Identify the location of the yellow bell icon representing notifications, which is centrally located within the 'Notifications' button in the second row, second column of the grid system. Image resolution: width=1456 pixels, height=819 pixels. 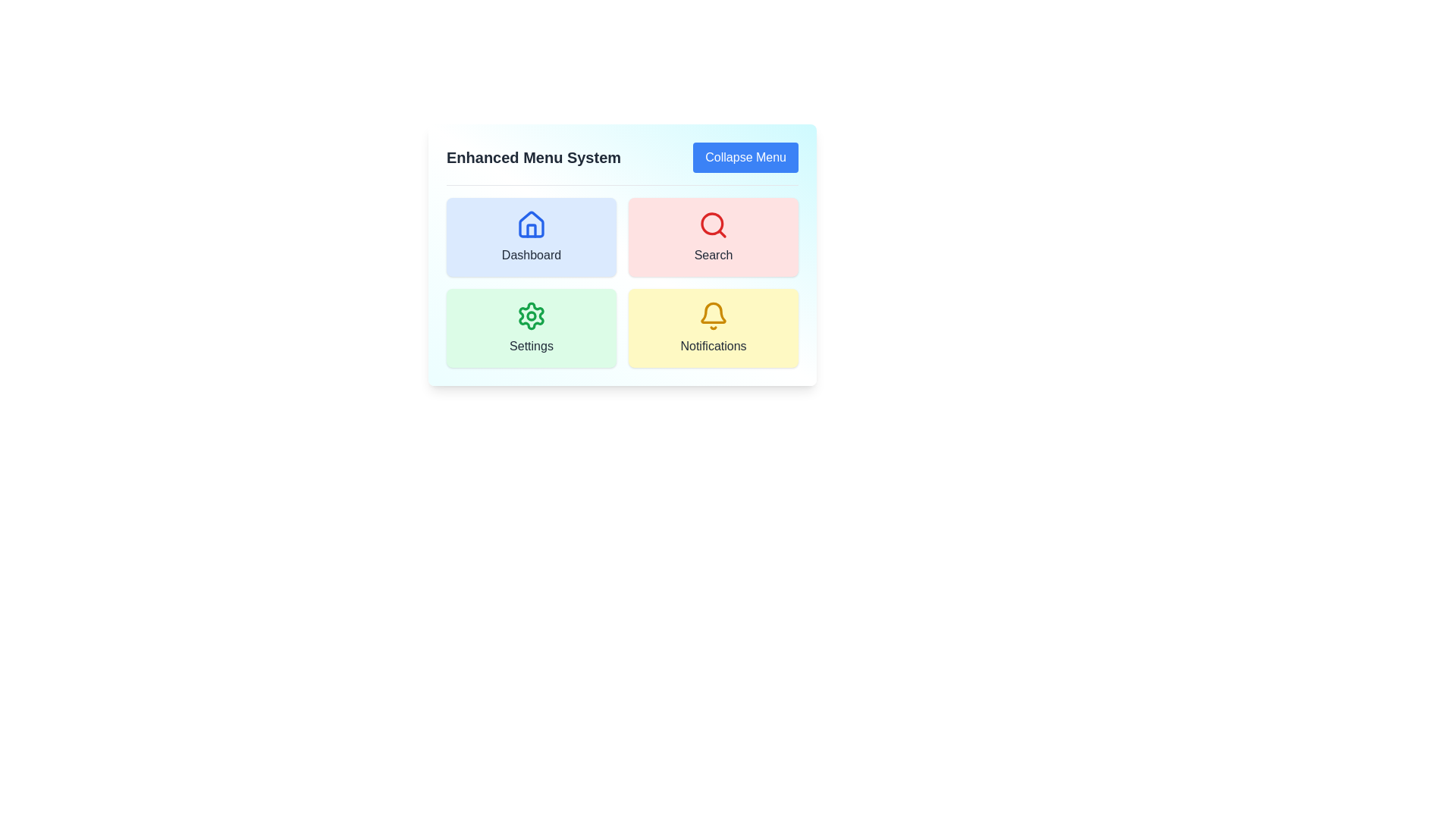
(712, 315).